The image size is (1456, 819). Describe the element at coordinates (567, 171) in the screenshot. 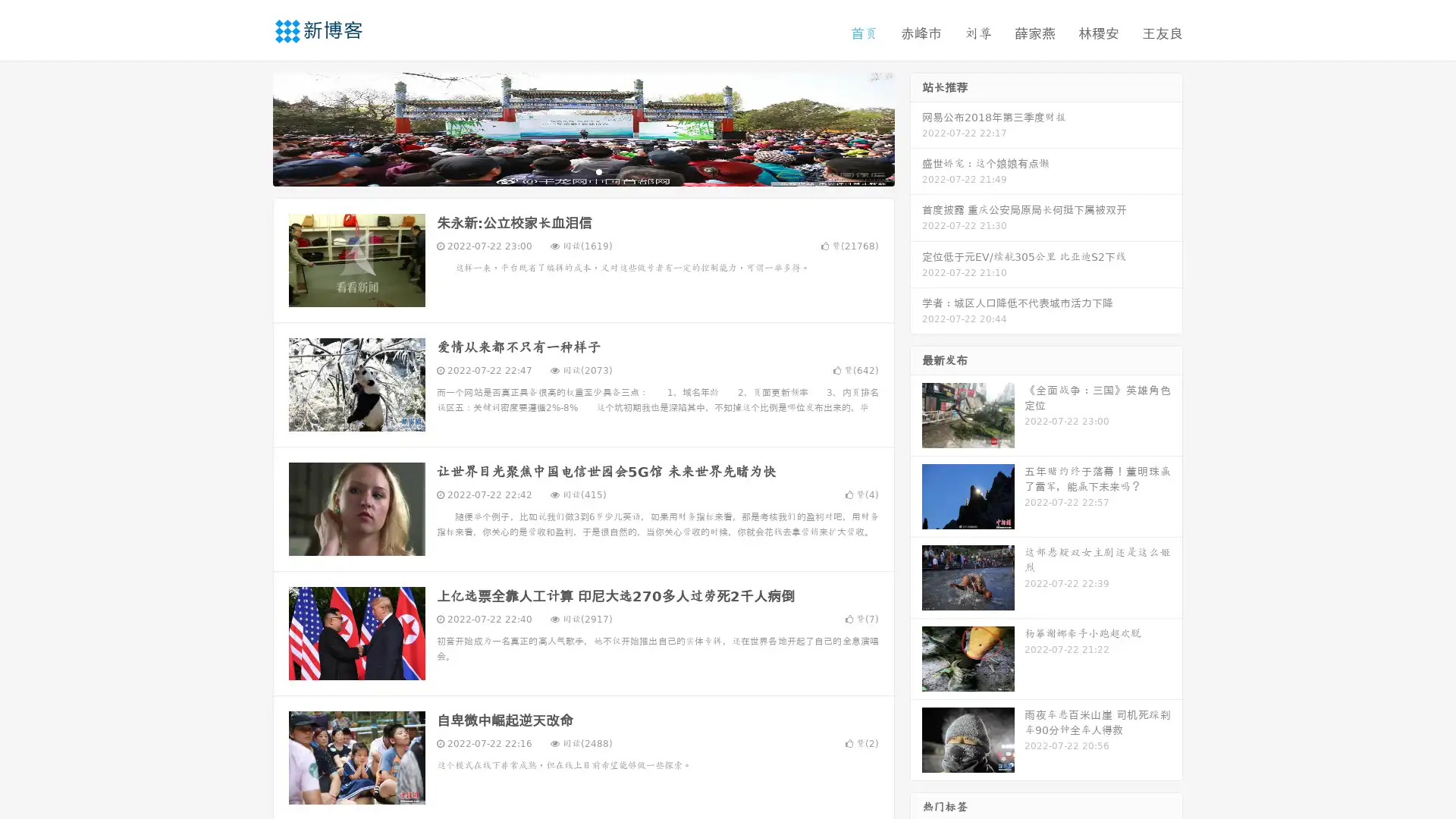

I see `Go to slide 1` at that location.